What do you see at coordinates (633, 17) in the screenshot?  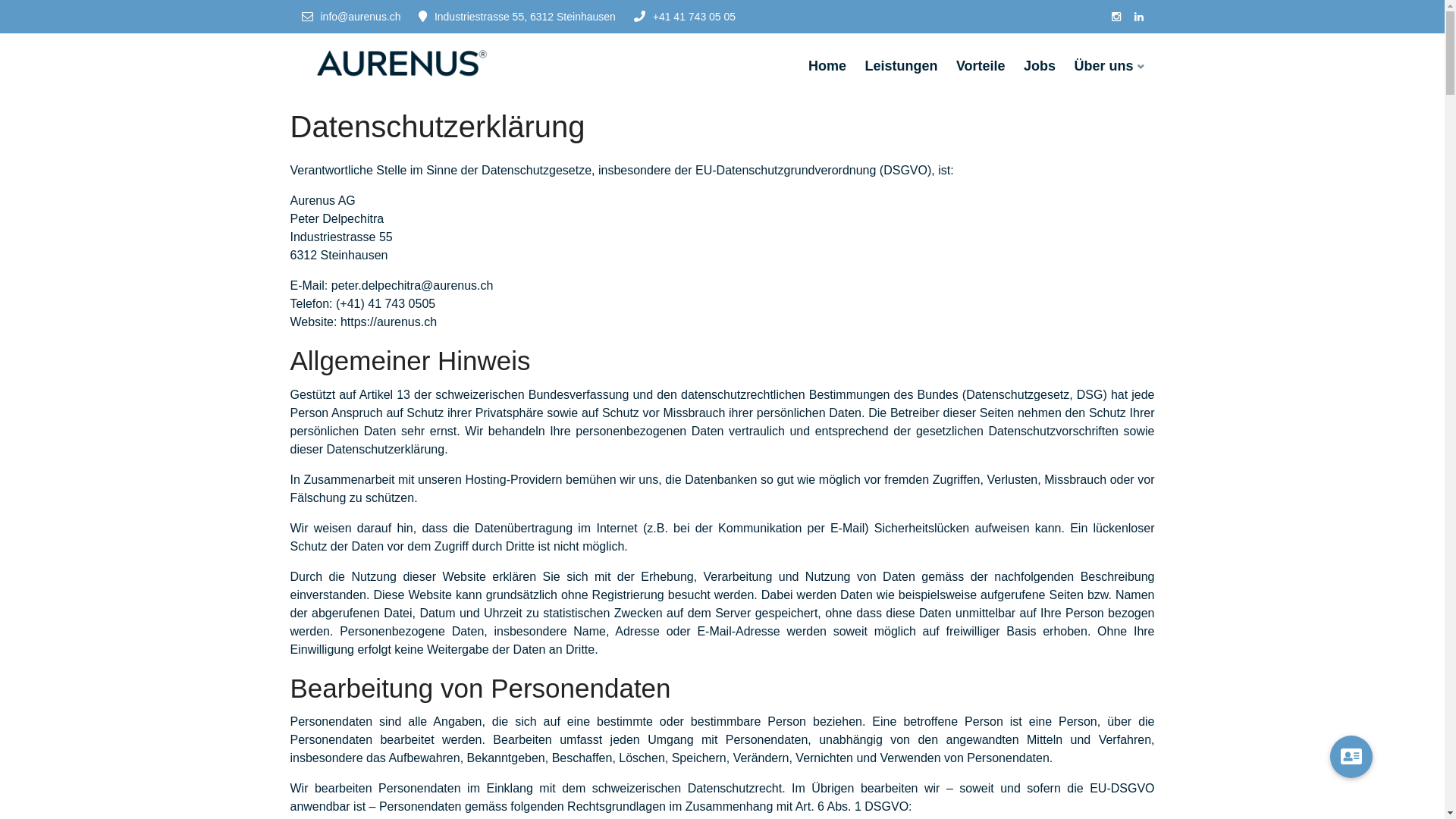 I see `'+41 41 743 05 05'` at bounding box center [633, 17].